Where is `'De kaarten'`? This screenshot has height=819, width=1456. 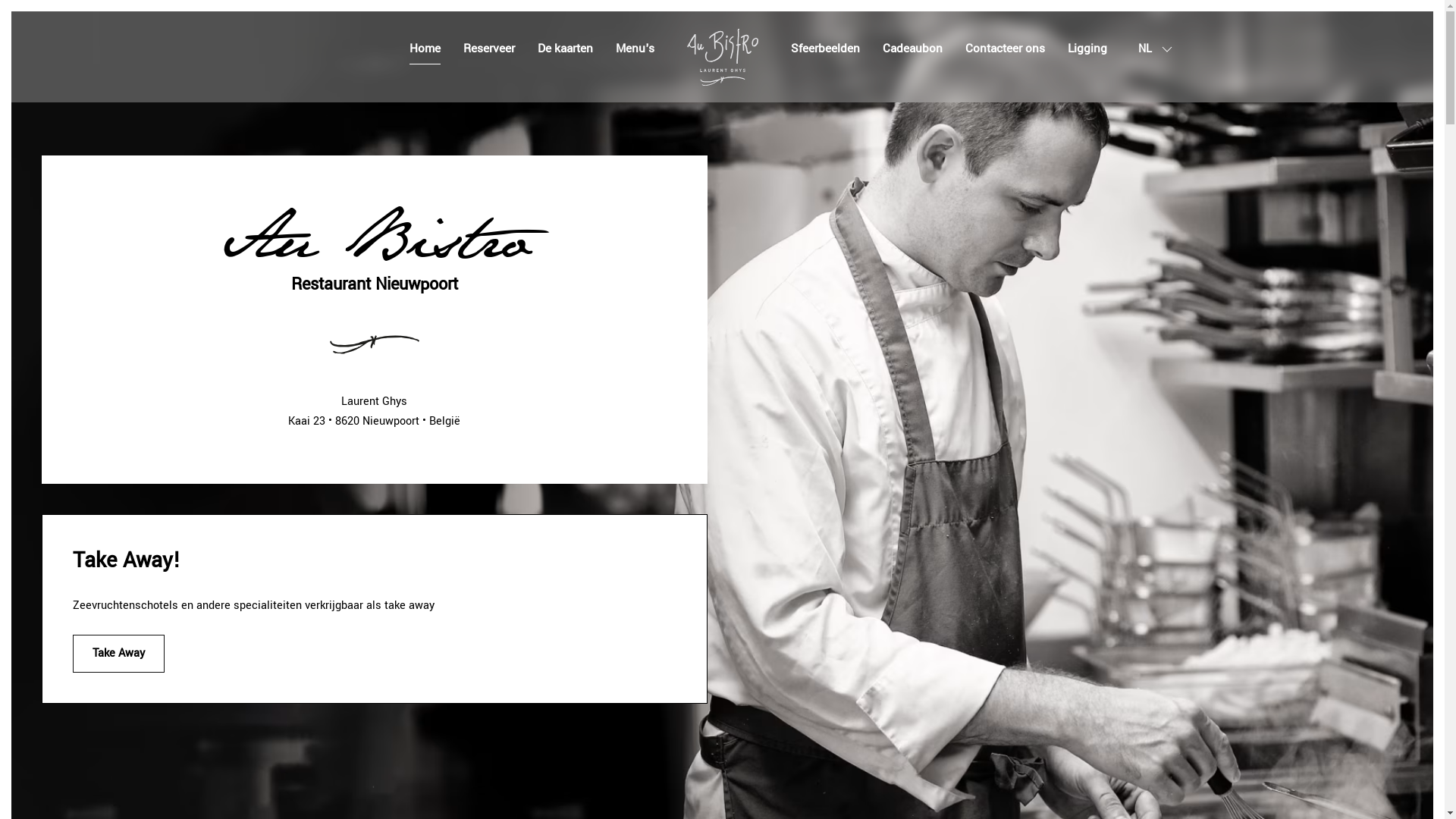
'De kaarten' is located at coordinates (537, 49).